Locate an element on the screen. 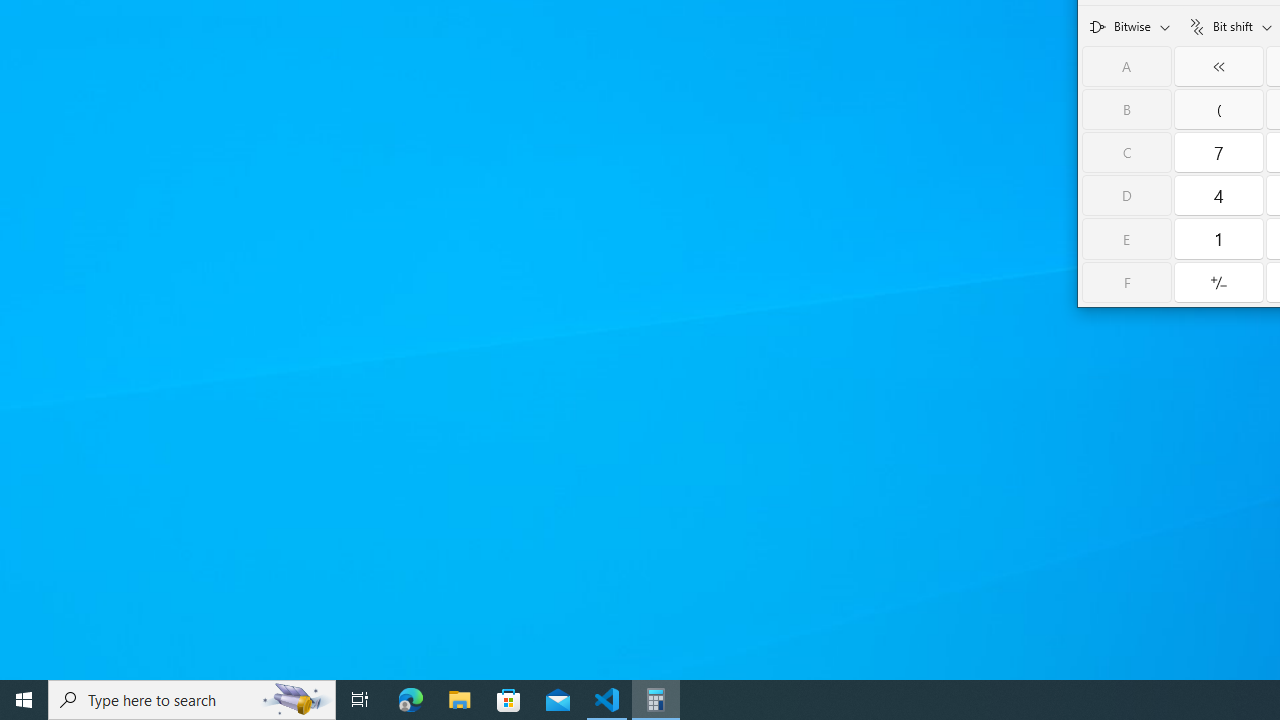 This screenshot has height=720, width=1280. 'C' is located at coordinates (1127, 151).